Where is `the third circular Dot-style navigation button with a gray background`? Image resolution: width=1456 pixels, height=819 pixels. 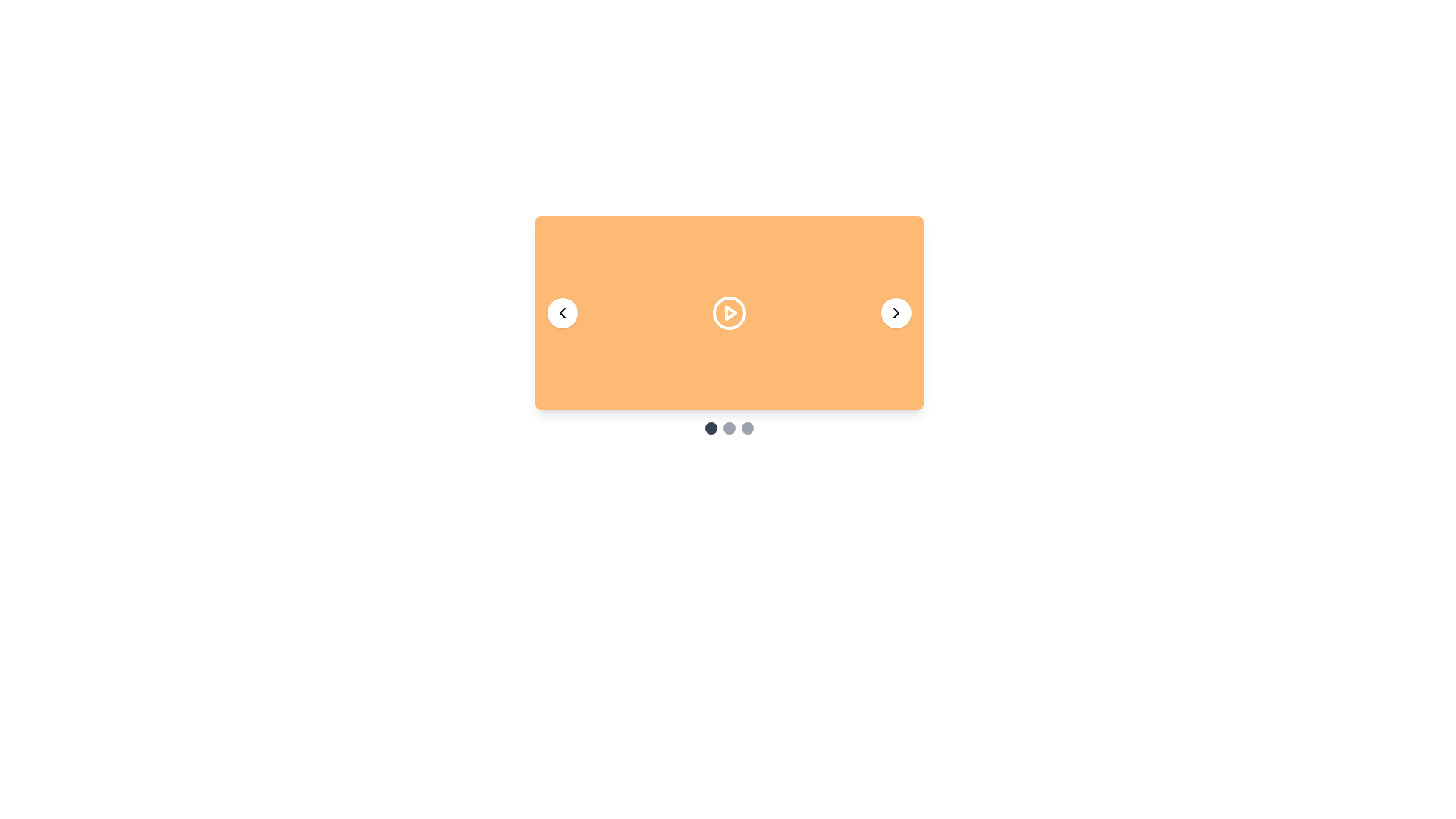 the third circular Dot-style navigation button with a gray background is located at coordinates (747, 428).